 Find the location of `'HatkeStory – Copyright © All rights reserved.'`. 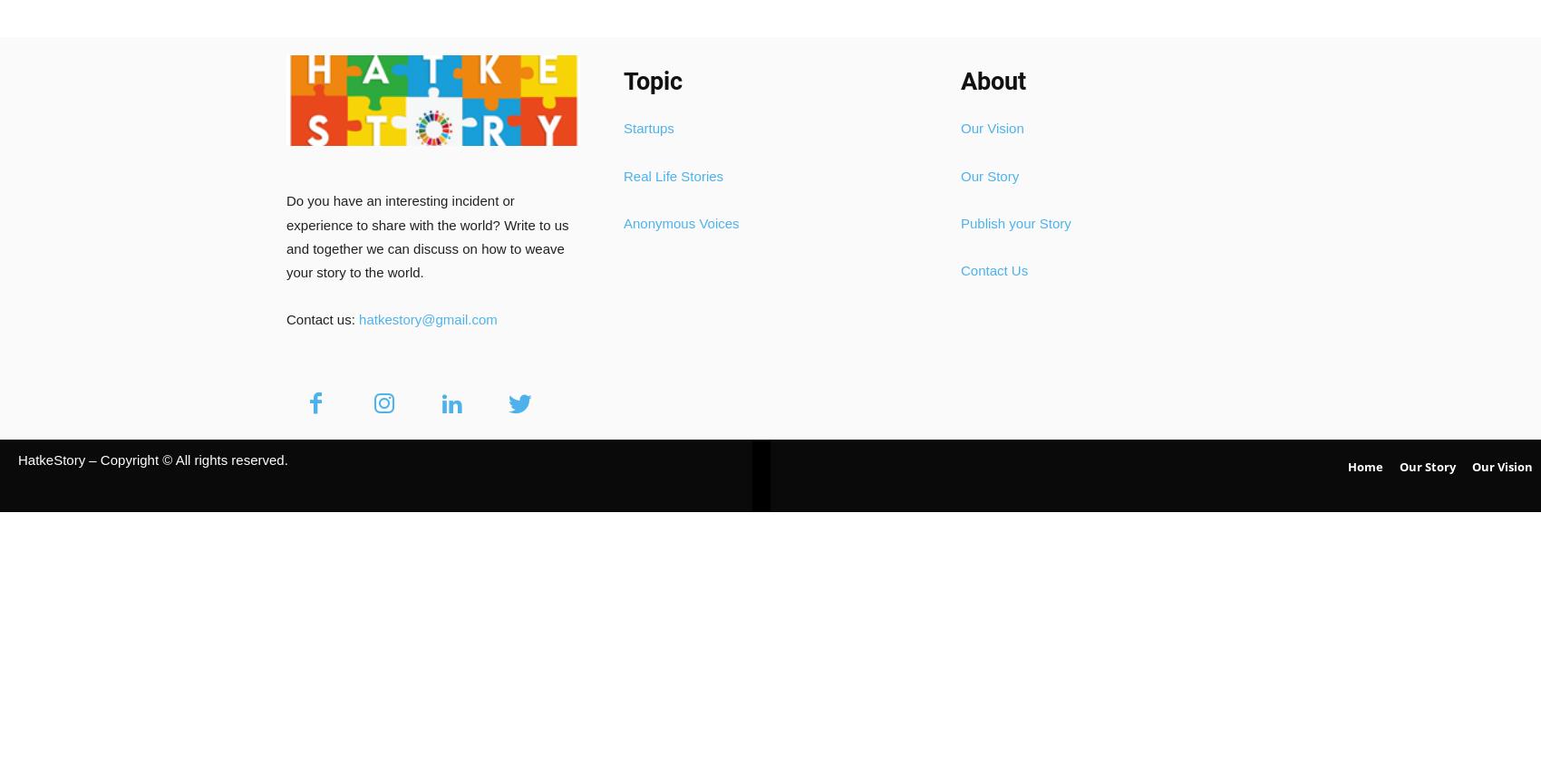

'HatkeStory – Copyright © All rights reserved.' is located at coordinates (151, 458).